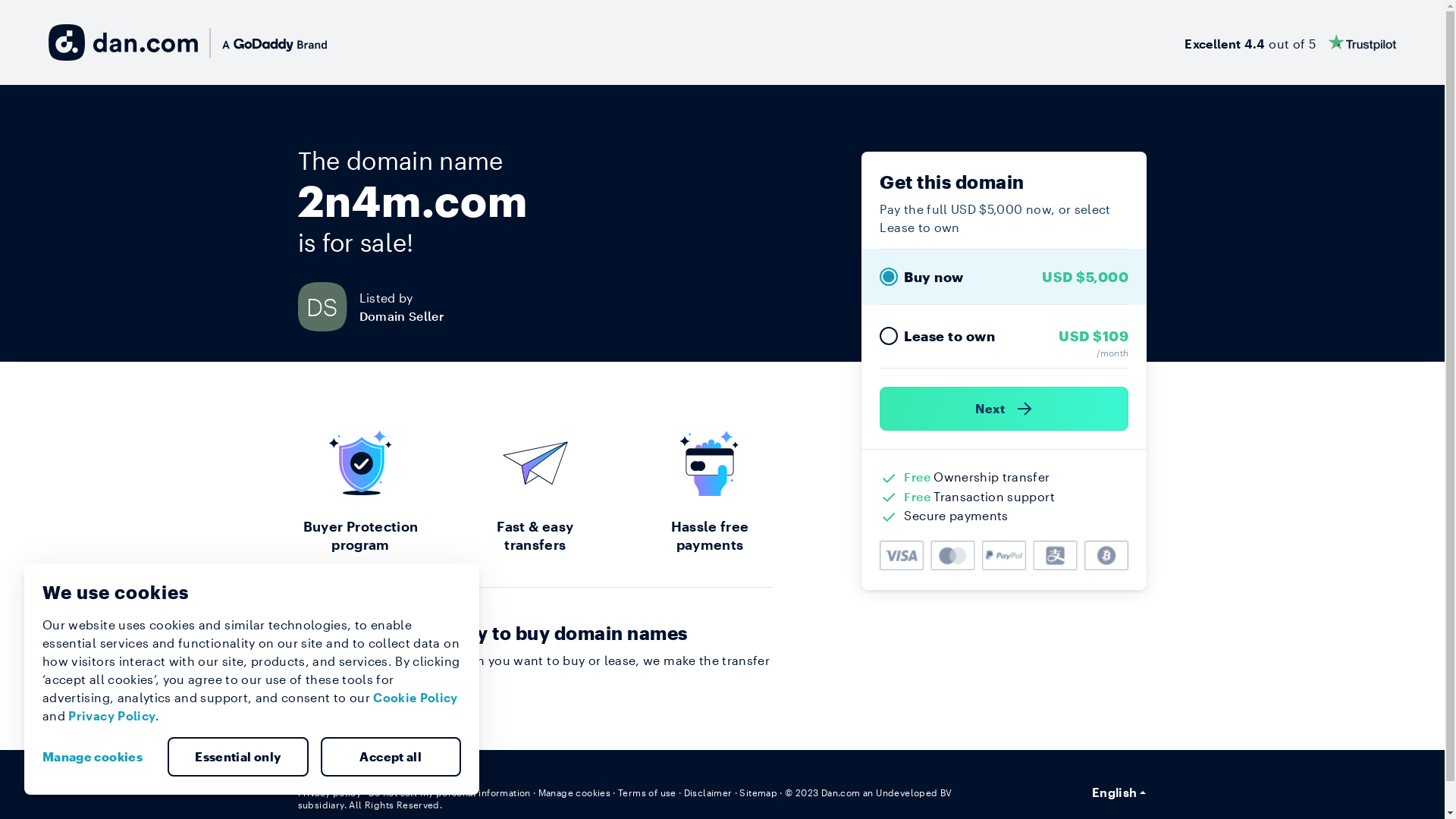 The height and width of the screenshot is (819, 1456). What do you see at coordinates (1119, 792) in the screenshot?
I see `'English'` at bounding box center [1119, 792].